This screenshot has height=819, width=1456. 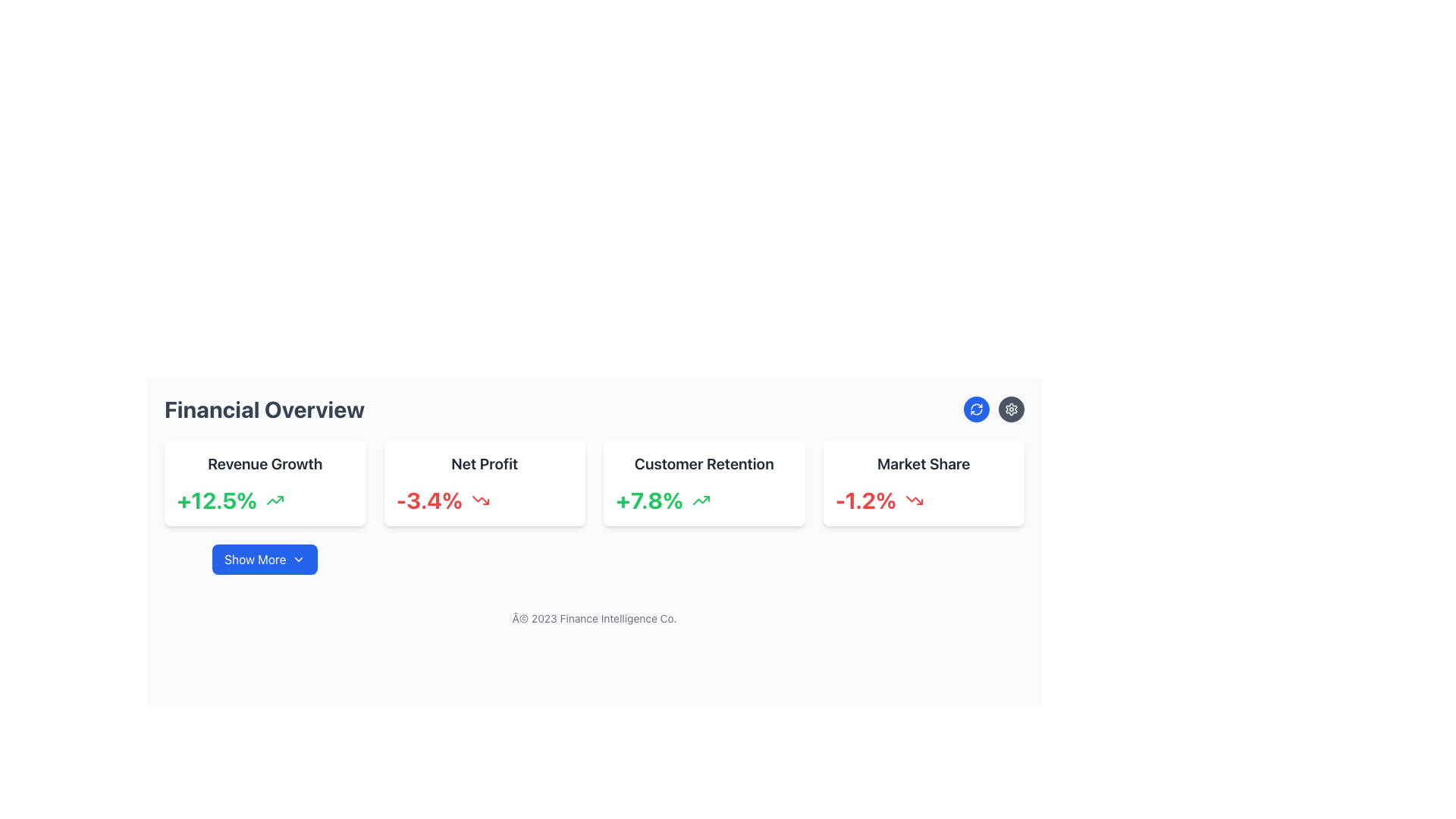 I want to click on the 'Net Profit' text label, which is styled with a large font size and bold weight, located at the top of the second card in a row of cards, so click(x=484, y=463).